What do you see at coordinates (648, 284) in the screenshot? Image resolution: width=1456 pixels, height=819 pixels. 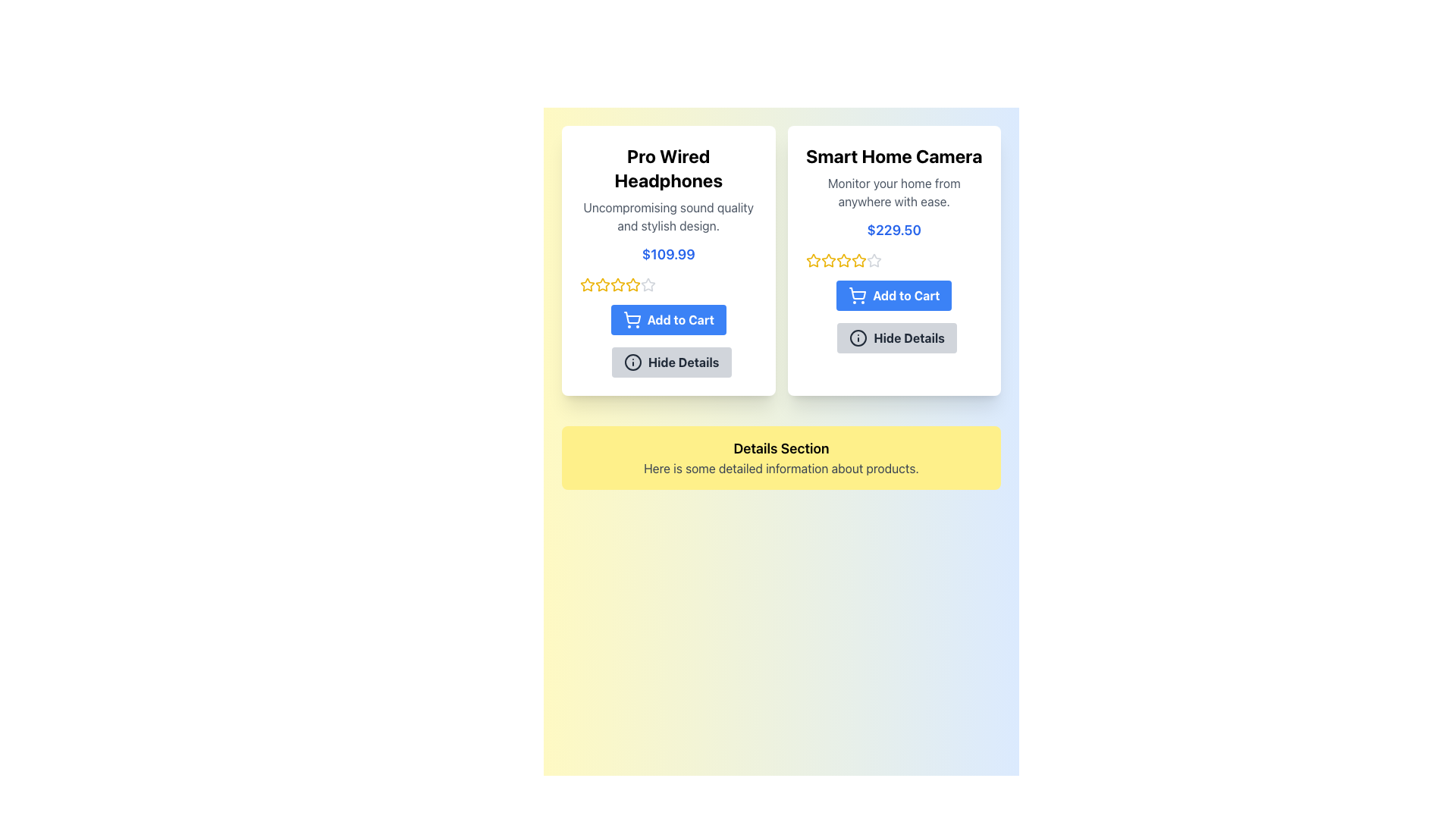 I see `the fourth rating star icon, which is silver or gray, located under the price '$109.99' for the 'Pro Wired Headphones' product` at bounding box center [648, 284].